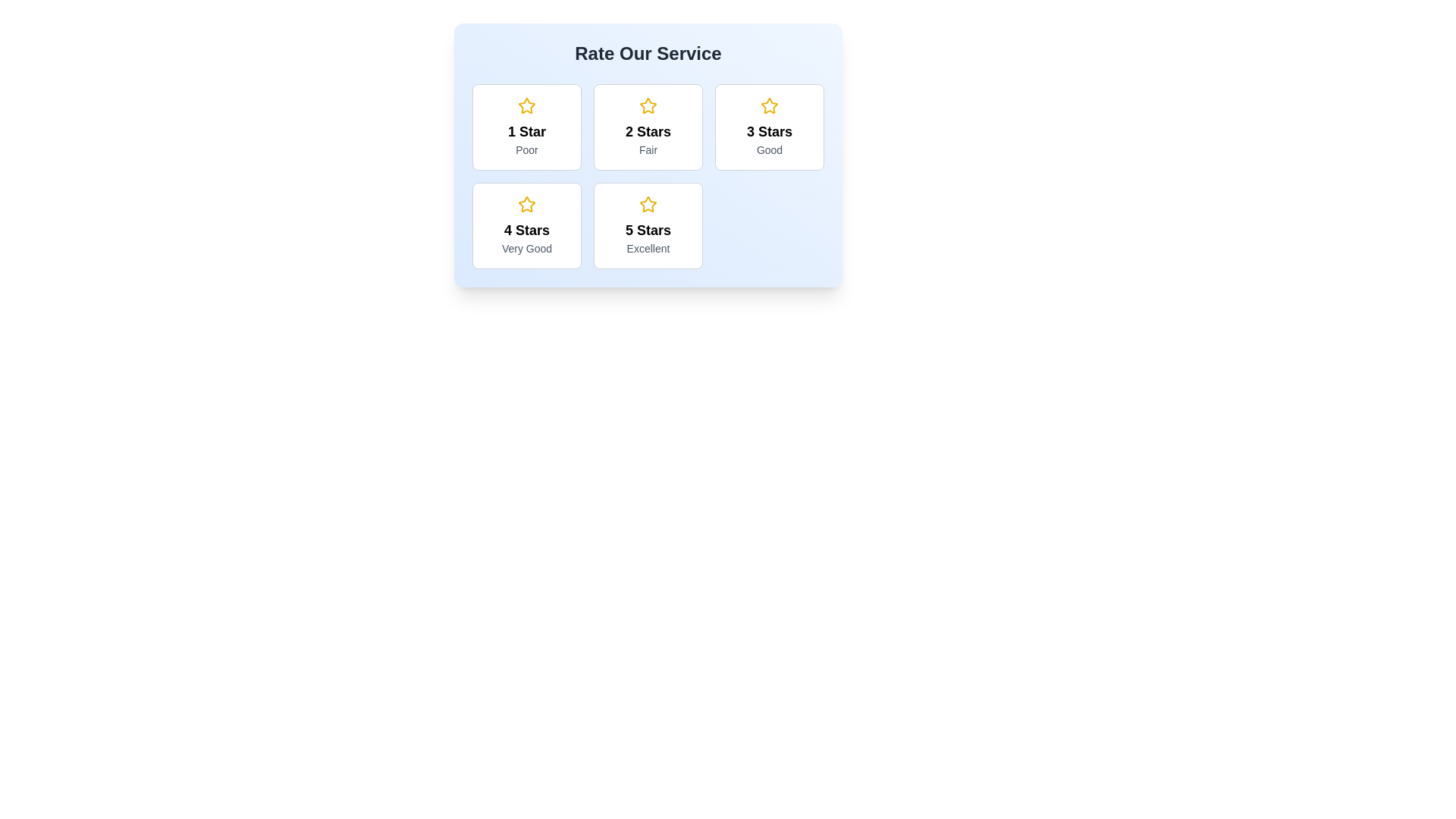 The image size is (1456, 819). What do you see at coordinates (527, 231) in the screenshot?
I see `the bold '4 Stars' text label within the rating options section` at bounding box center [527, 231].